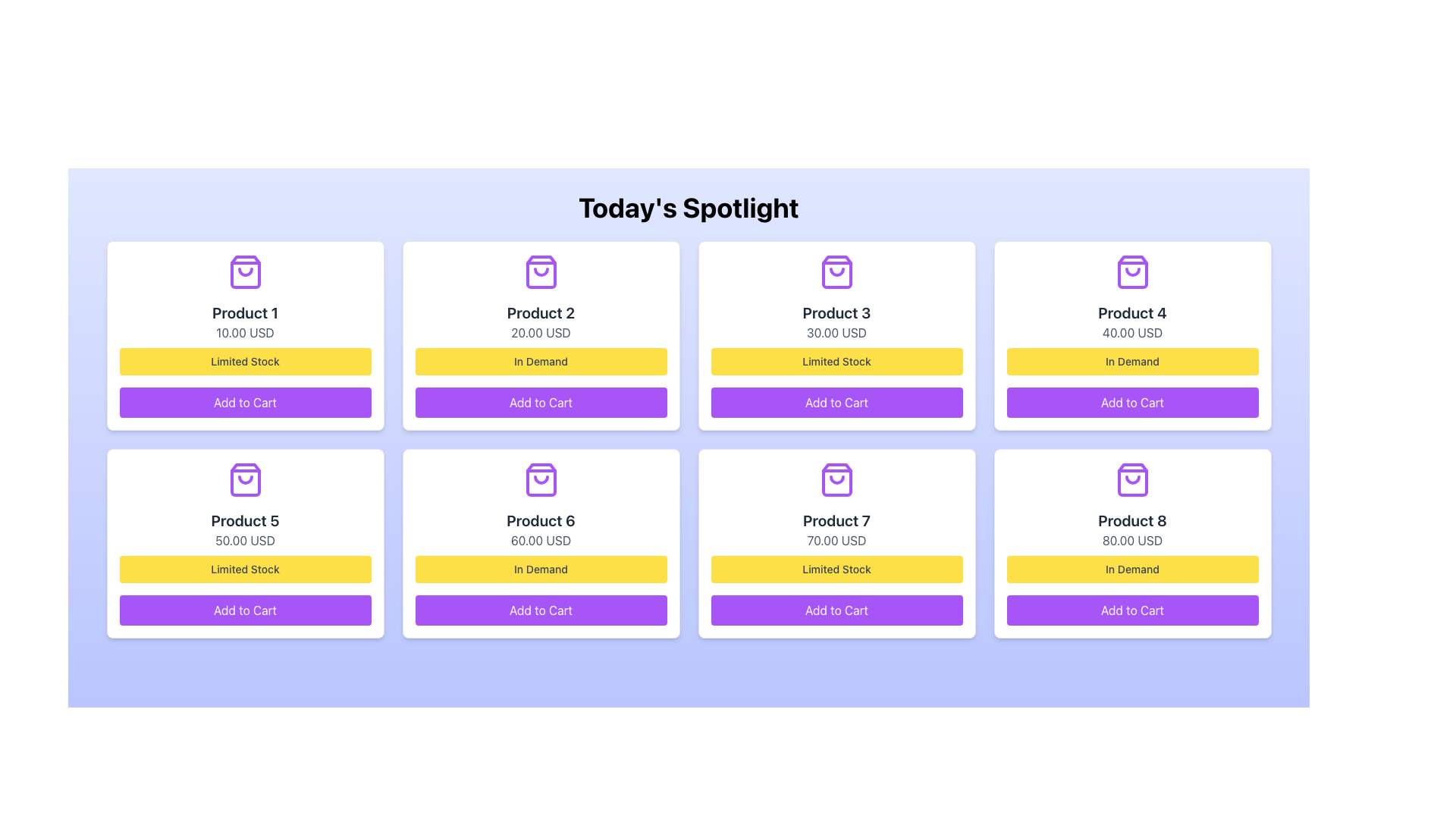  Describe the element at coordinates (688, 207) in the screenshot. I see `text from the header located at the top center of the page, which serves as the title for the content below` at that location.